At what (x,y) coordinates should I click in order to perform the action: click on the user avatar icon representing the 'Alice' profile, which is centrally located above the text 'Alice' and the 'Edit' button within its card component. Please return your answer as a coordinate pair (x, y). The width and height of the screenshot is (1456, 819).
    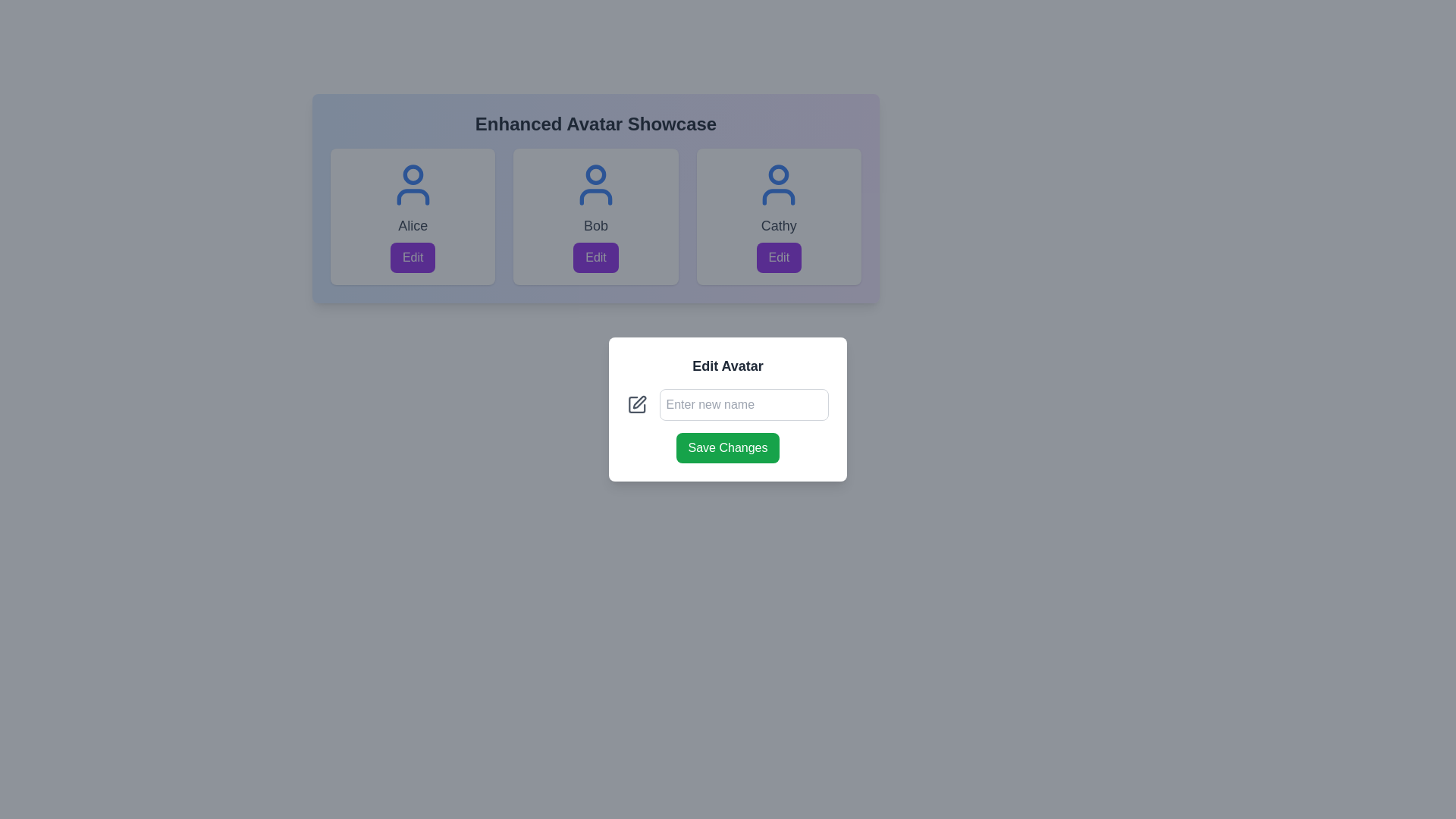
    Looking at the image, I should click on (413, 184).